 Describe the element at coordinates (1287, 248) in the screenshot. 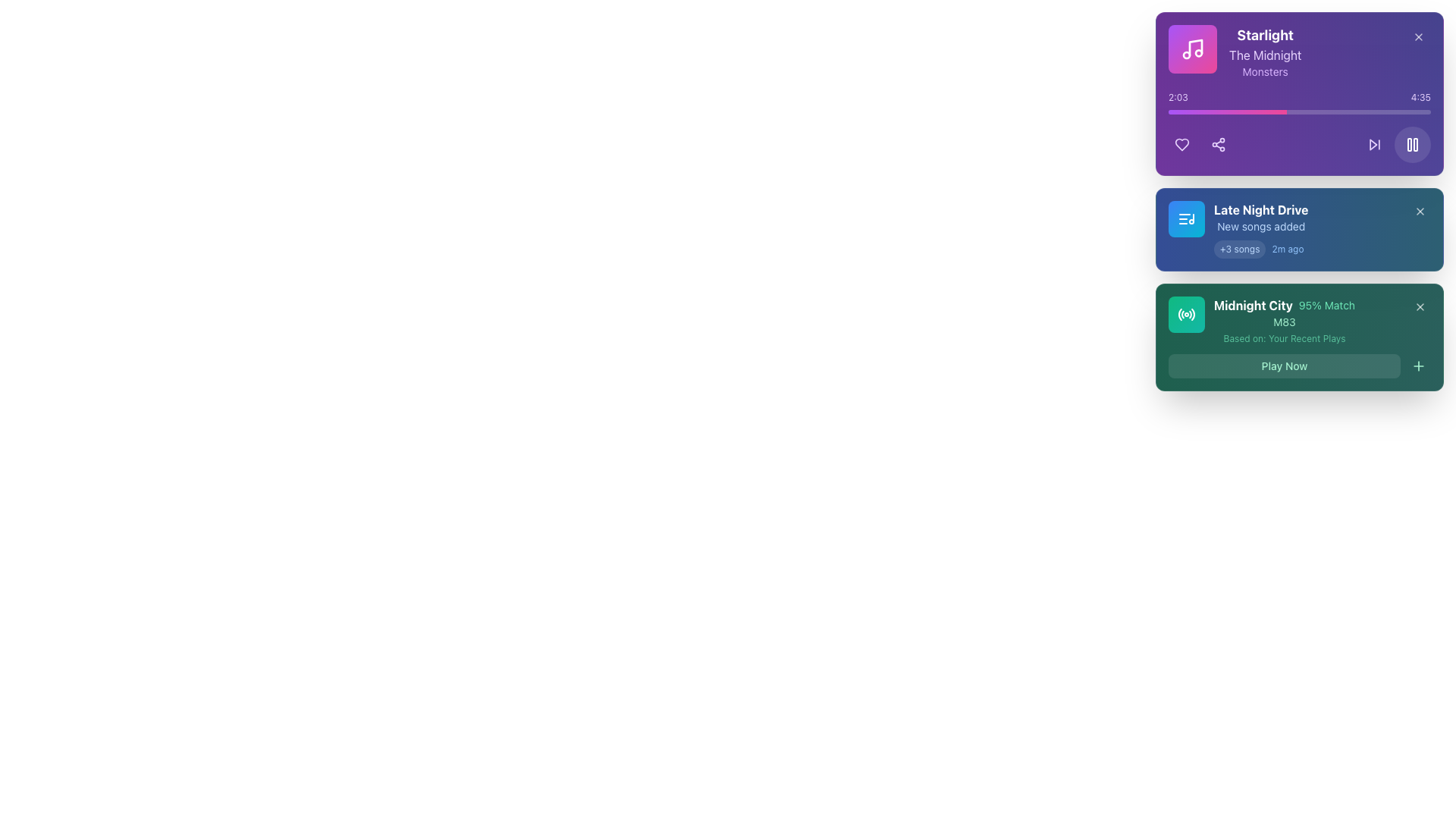

I see `the informative label displaying '2m ago', which is styled in small blue font and located to the right of the text '+3 songs' in the second widget box` at that location.